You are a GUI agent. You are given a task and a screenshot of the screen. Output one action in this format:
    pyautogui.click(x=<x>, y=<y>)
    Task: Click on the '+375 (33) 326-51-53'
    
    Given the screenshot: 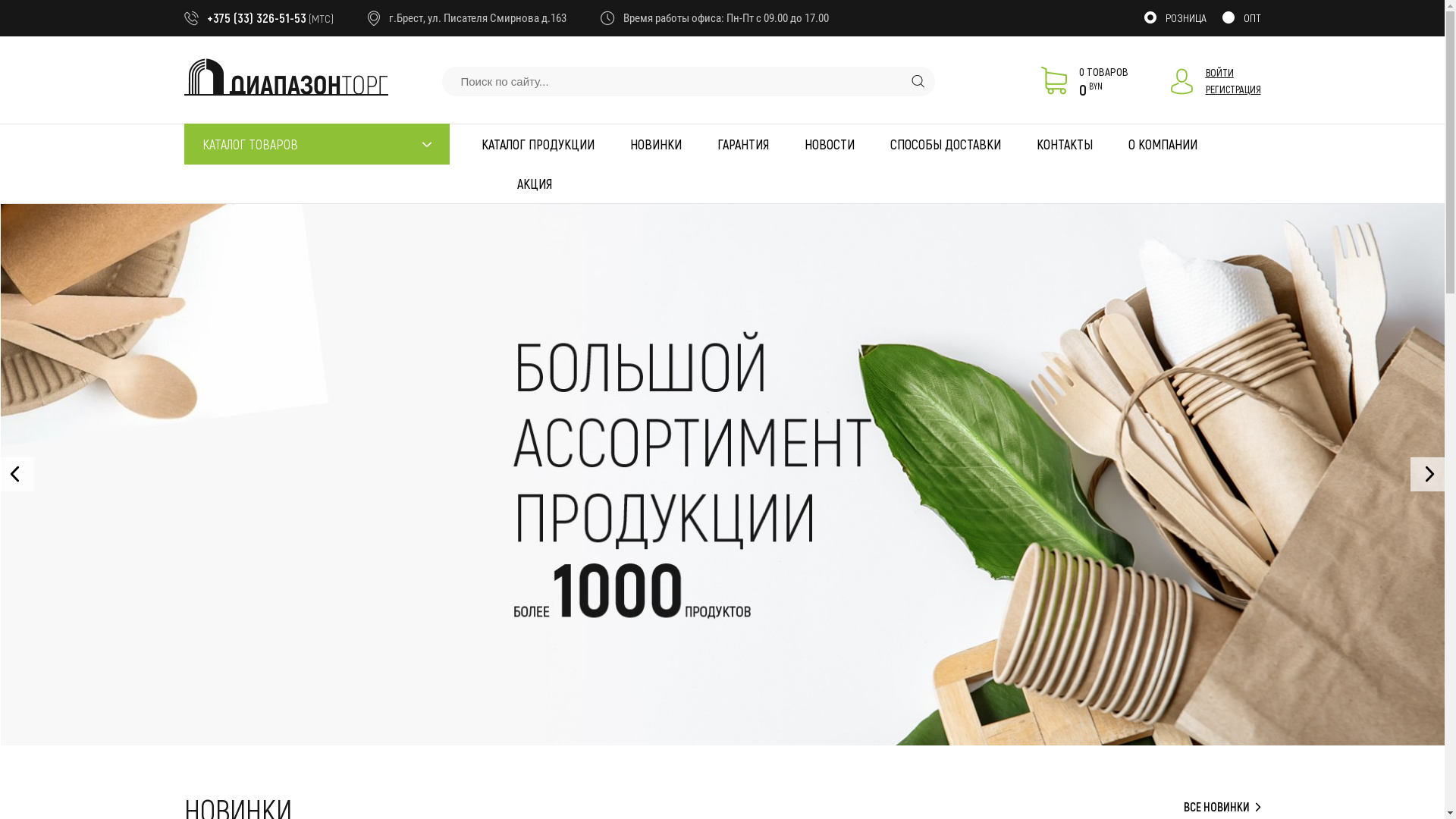 What is the action you would take?
    pyautogui.click(x=206, y=17)
    